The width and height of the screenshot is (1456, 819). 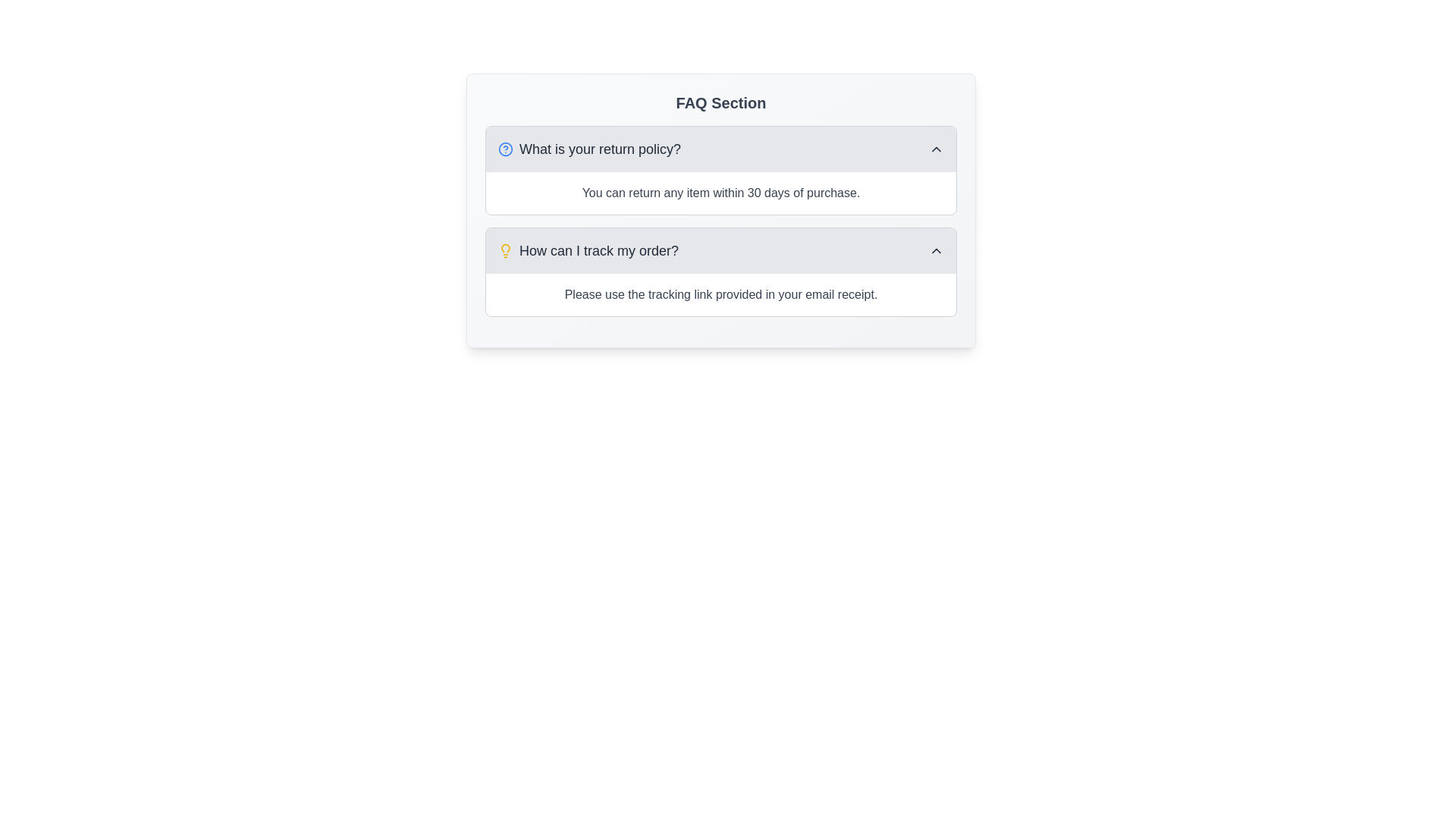 What do you see at coordinates (720, 192) in the screenshot?
I see `the Static Text Block located below the question 'What is your return policy?' in the FAQ section` at bounding box center [720, 192].